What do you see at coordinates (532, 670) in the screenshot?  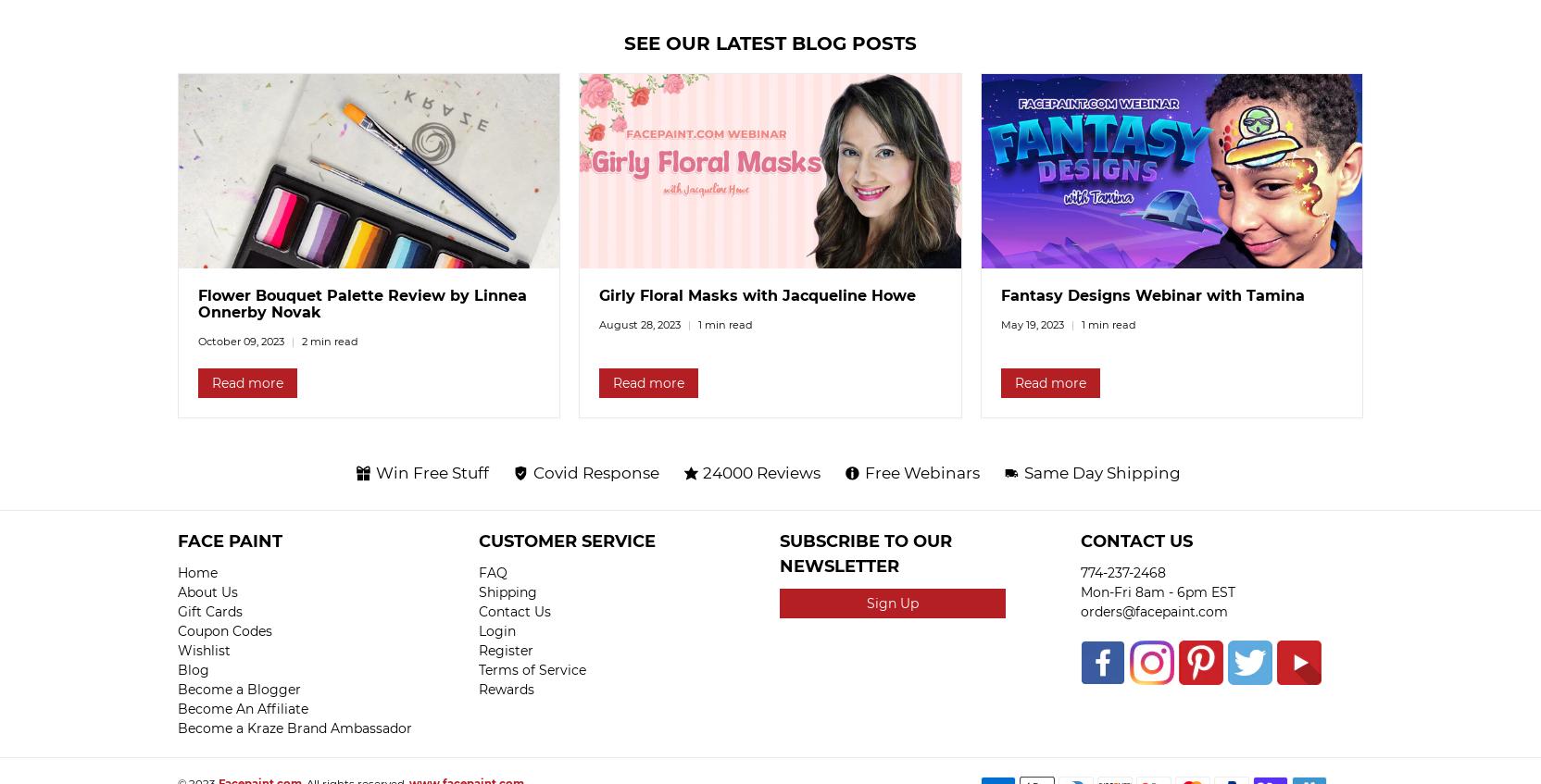 I see `'Terms of Service'` at bounding box center [532, 670].